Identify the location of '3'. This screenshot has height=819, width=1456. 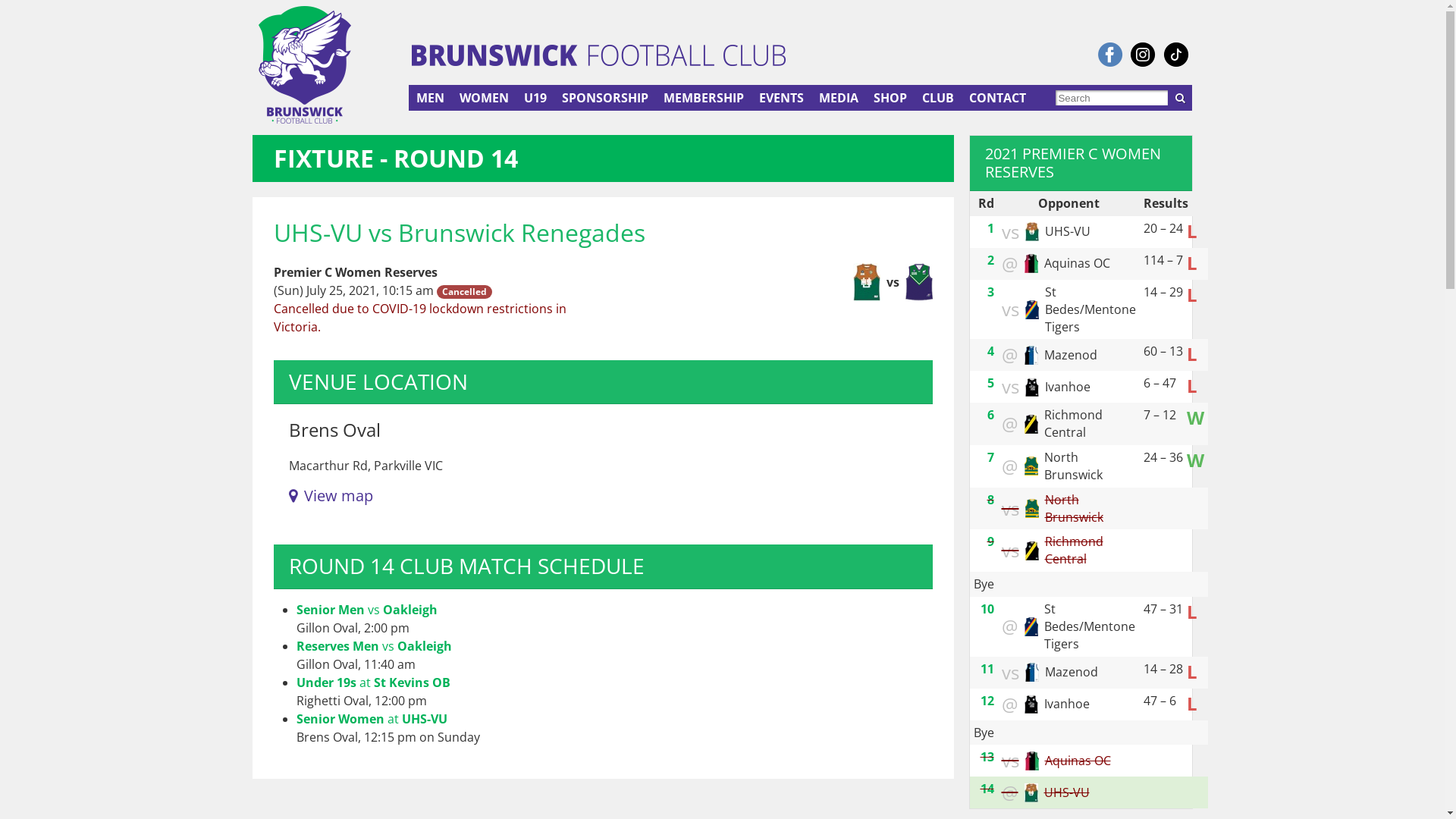
(990, 292).